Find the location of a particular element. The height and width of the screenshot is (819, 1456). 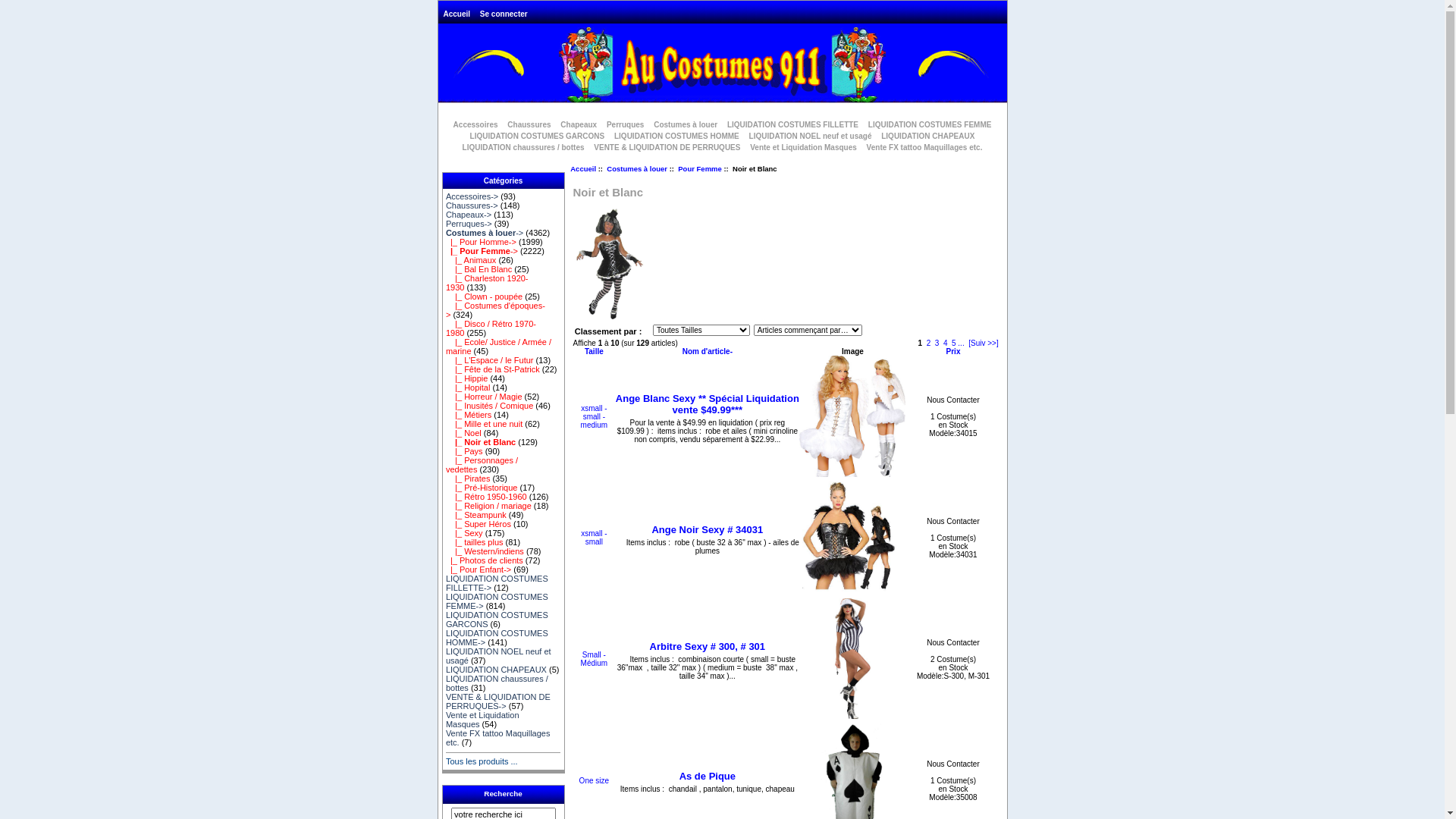

'Prix' is located at coordinates (952, 351).